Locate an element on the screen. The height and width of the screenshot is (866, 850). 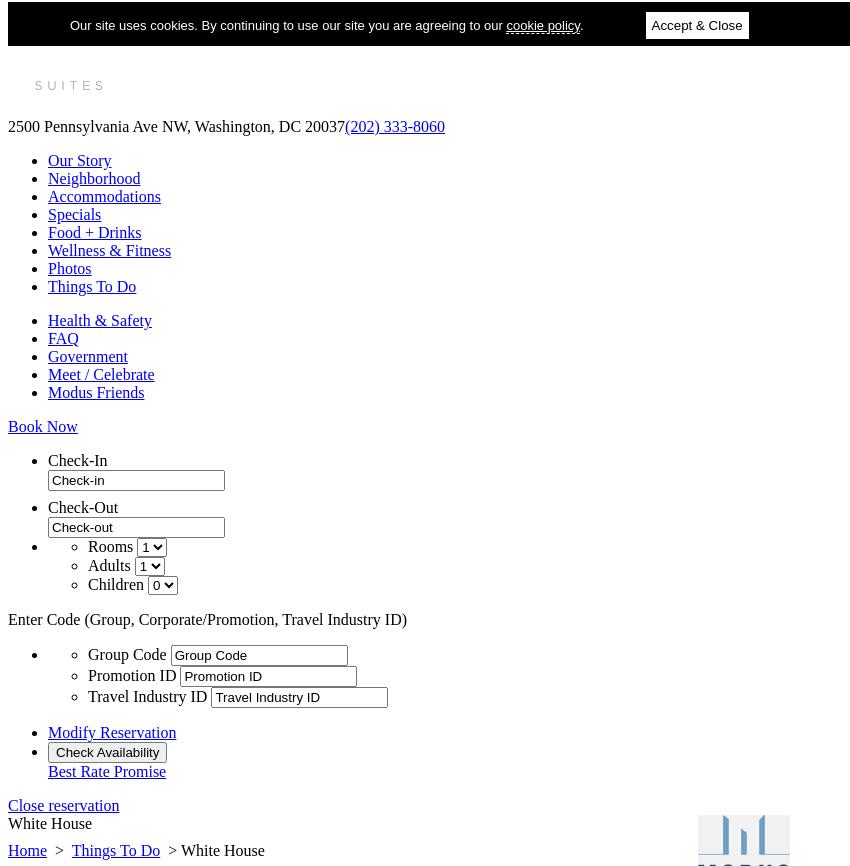
'Best Rate Promise' is located at coordinates (106, 770).